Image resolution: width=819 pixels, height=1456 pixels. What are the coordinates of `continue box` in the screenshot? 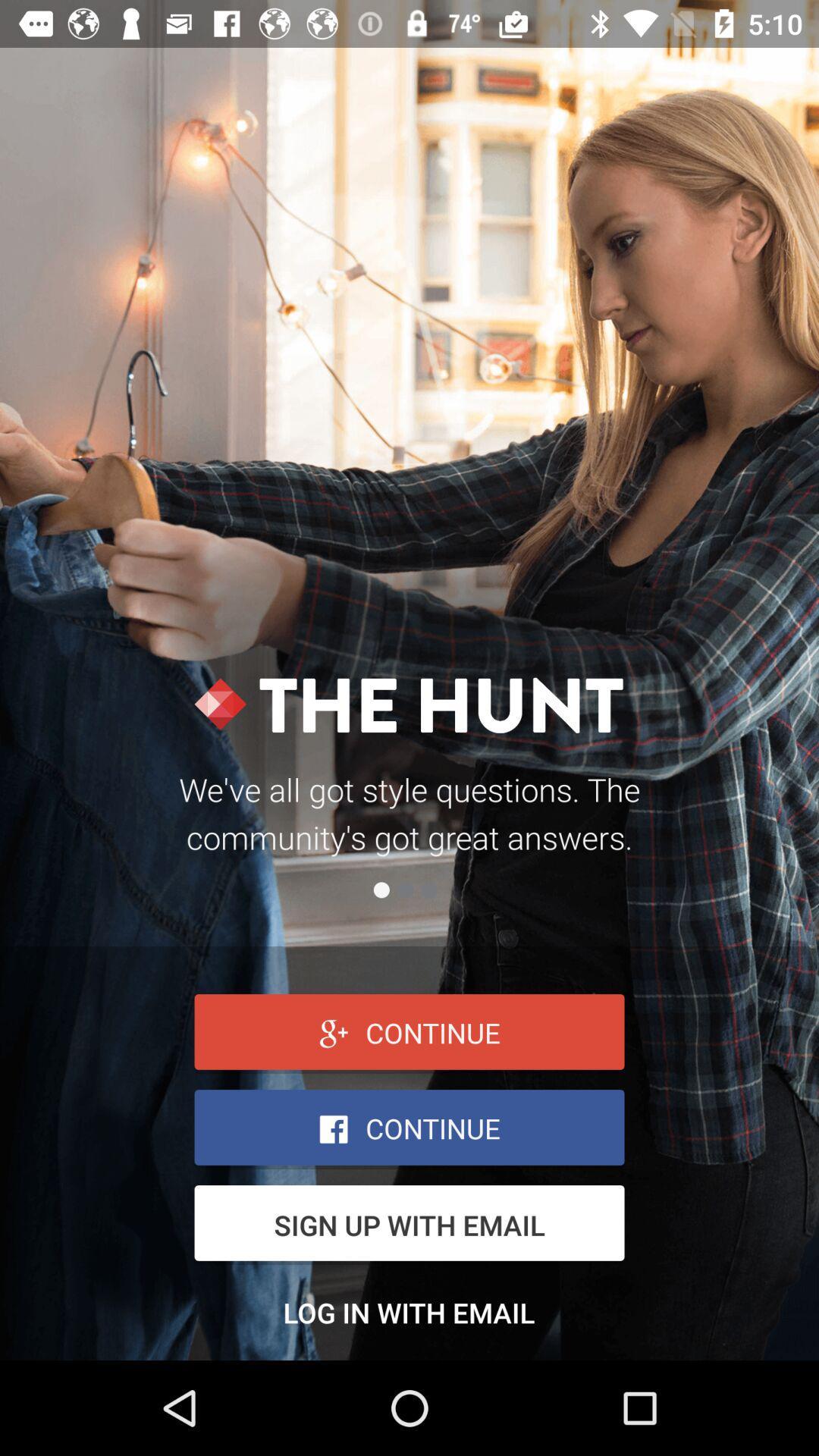 It's located at (409, 1033).